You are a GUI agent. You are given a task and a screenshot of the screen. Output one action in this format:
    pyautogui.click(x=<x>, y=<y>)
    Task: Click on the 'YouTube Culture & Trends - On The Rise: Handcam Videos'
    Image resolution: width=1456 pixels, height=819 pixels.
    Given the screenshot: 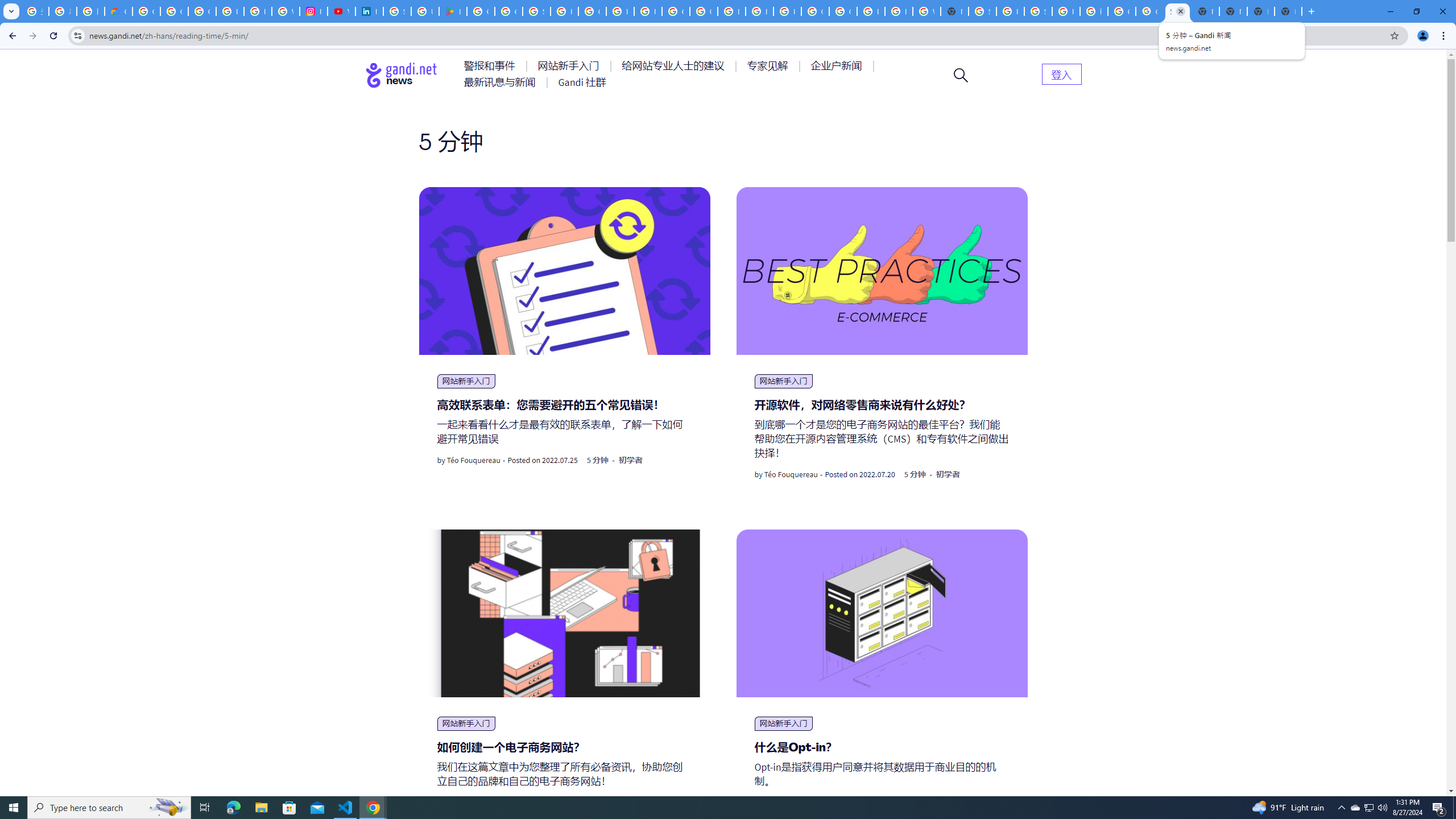 What is the action you would take?
    pyautogui.click(x=341, y=11)
    